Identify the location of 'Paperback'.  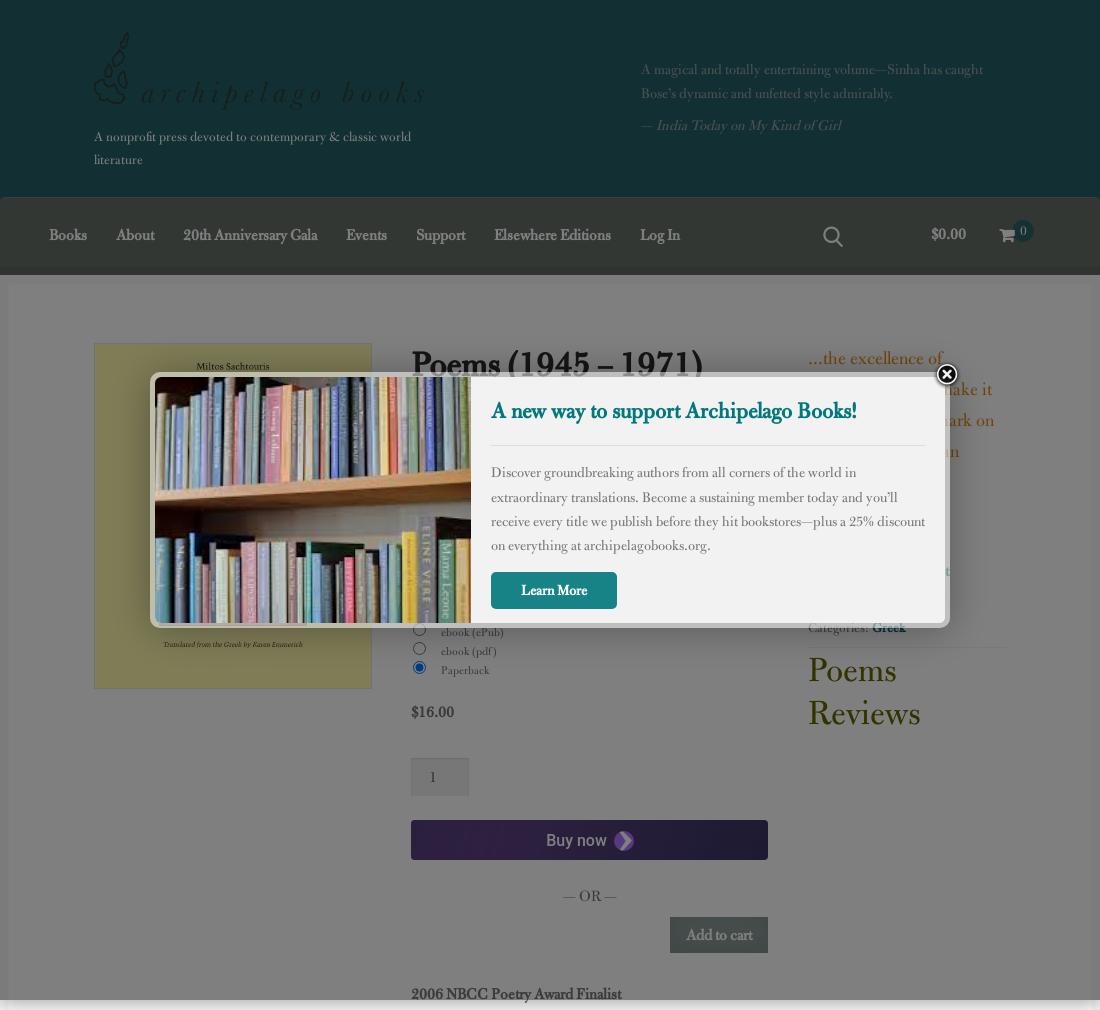
(456, 669).